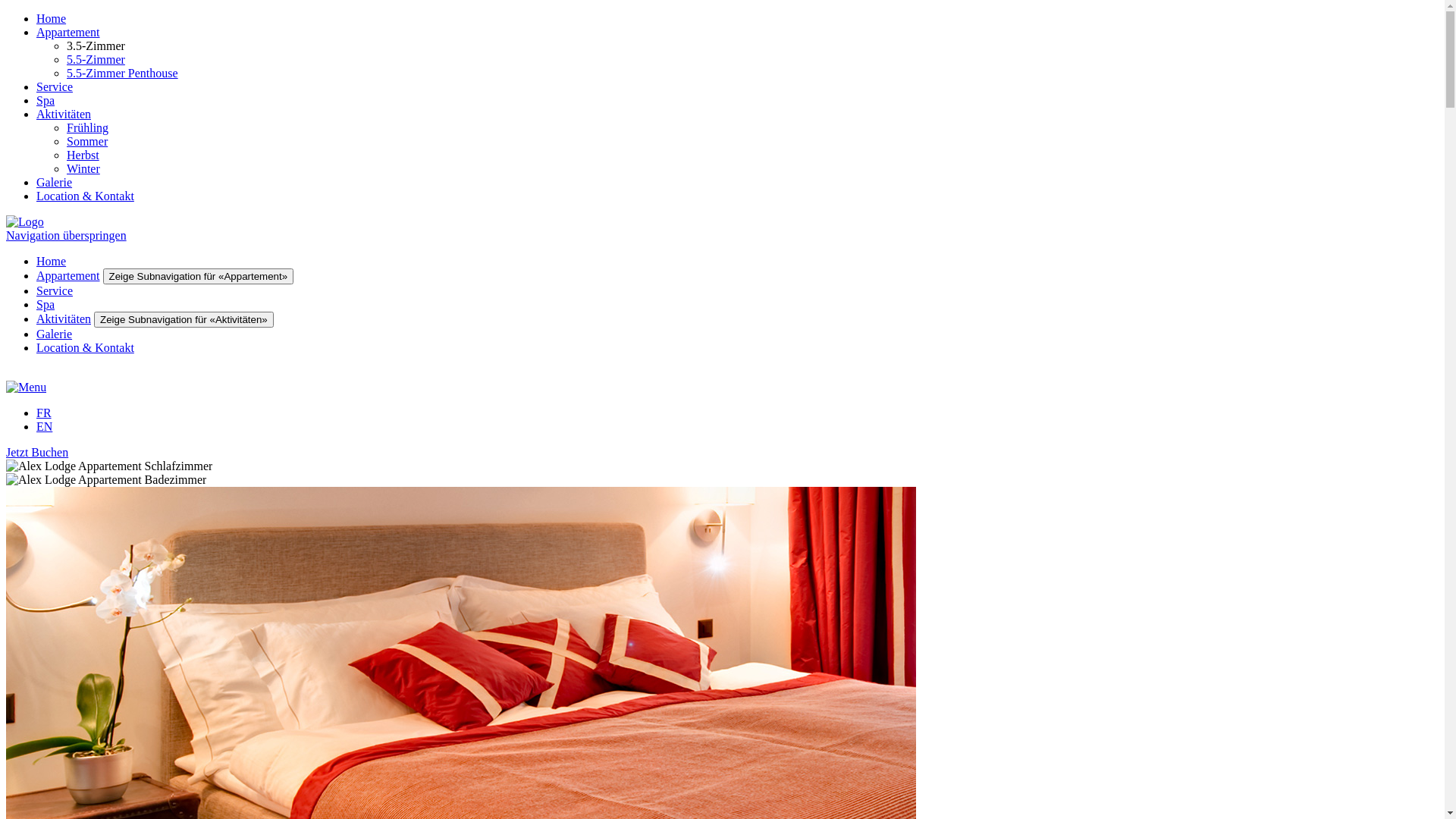 The image size is (1456, 819). What do you see at coordinates (55, 290) in the screenshot?
I see `'Service'` at bounding box center [55, 290].